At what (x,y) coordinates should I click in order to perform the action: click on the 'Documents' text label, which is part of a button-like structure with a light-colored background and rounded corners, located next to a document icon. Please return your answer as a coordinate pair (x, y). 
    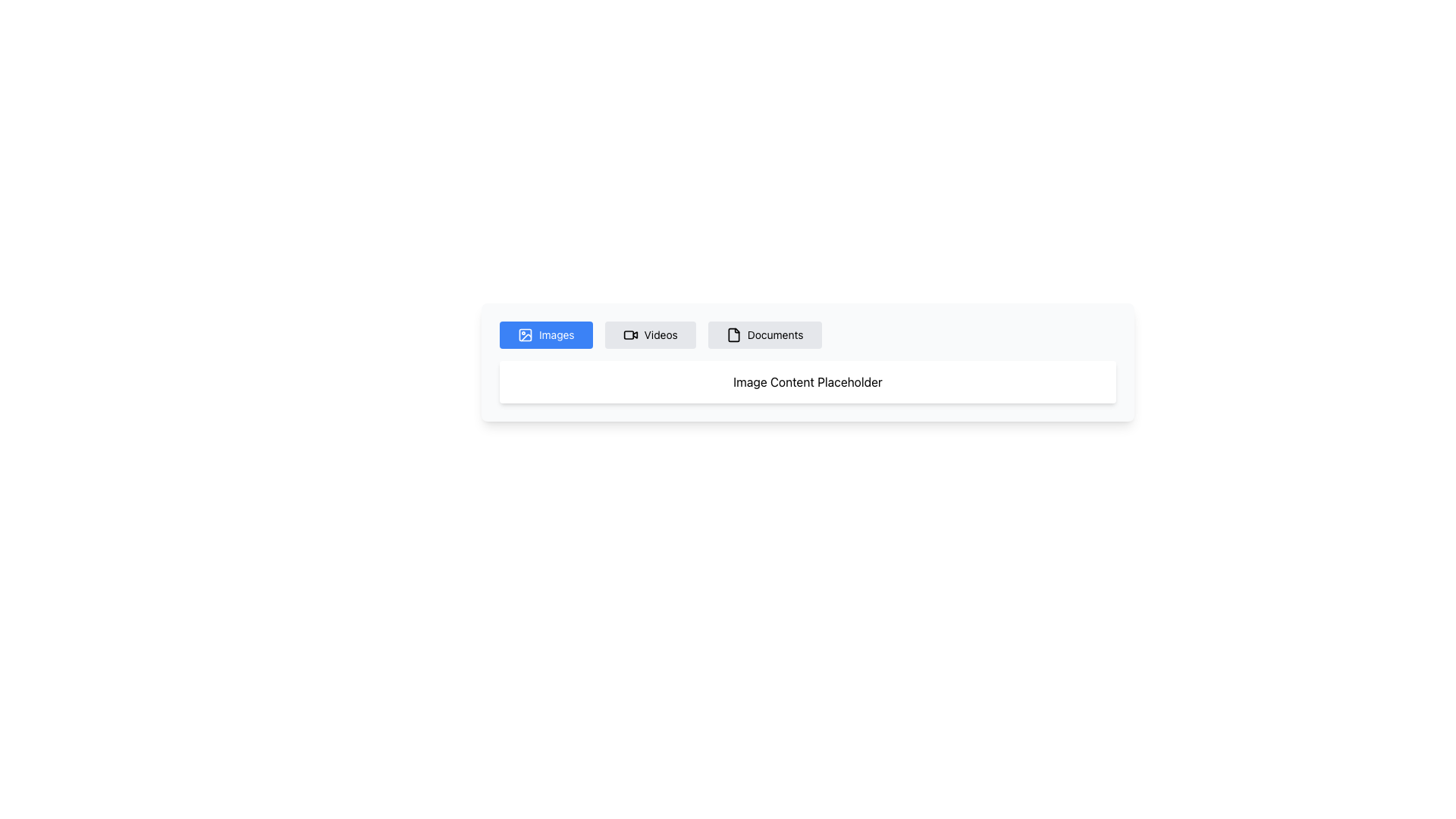
    Looking at the image, I should click on (775, 334).